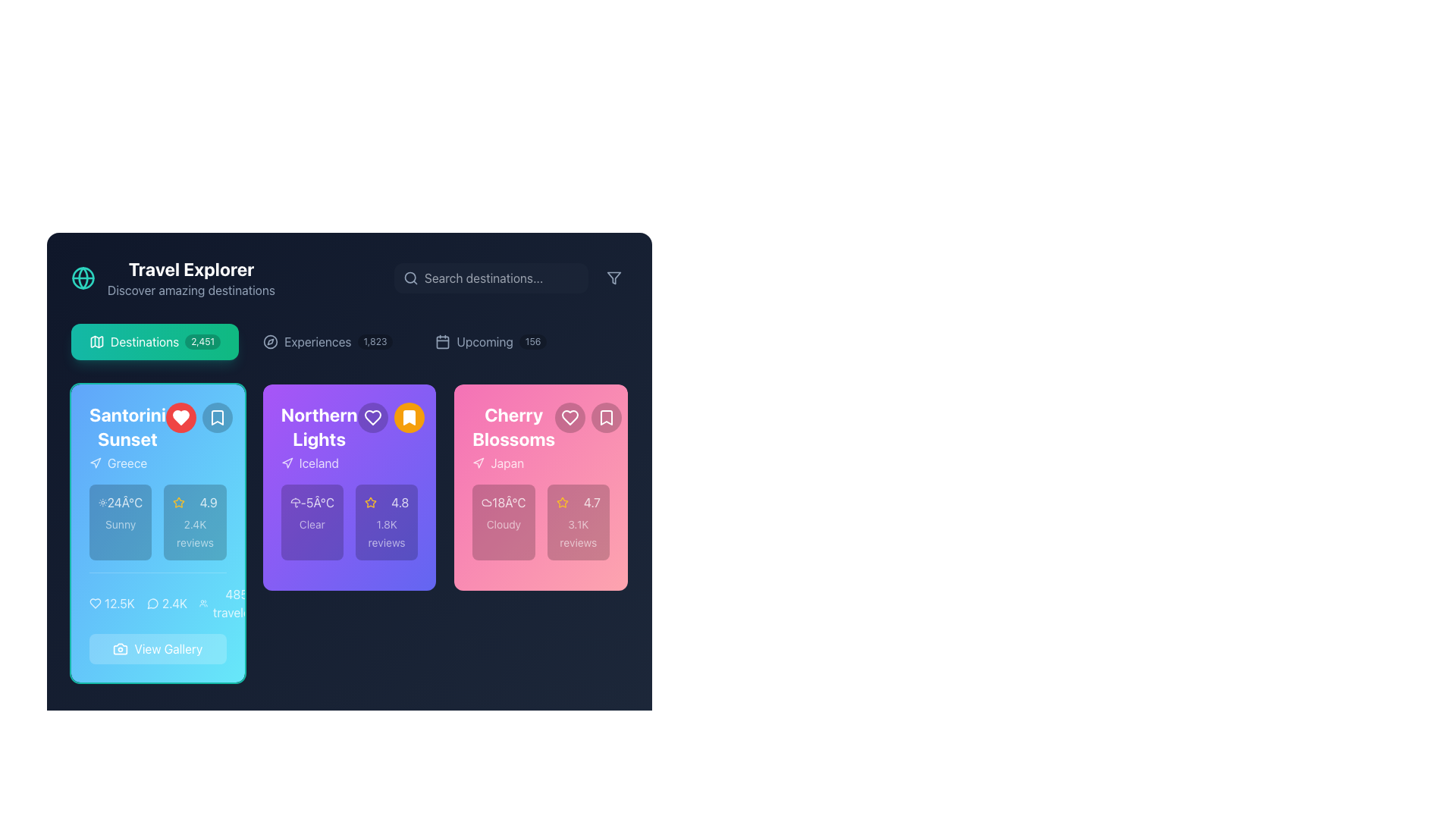 This screenshot has width=1456, height=819. I want to click on the grid-based informational display component that shows weather and rating information for 'Cherry Blossoms', which is located in the third card of destination cards, so click(541, 522).